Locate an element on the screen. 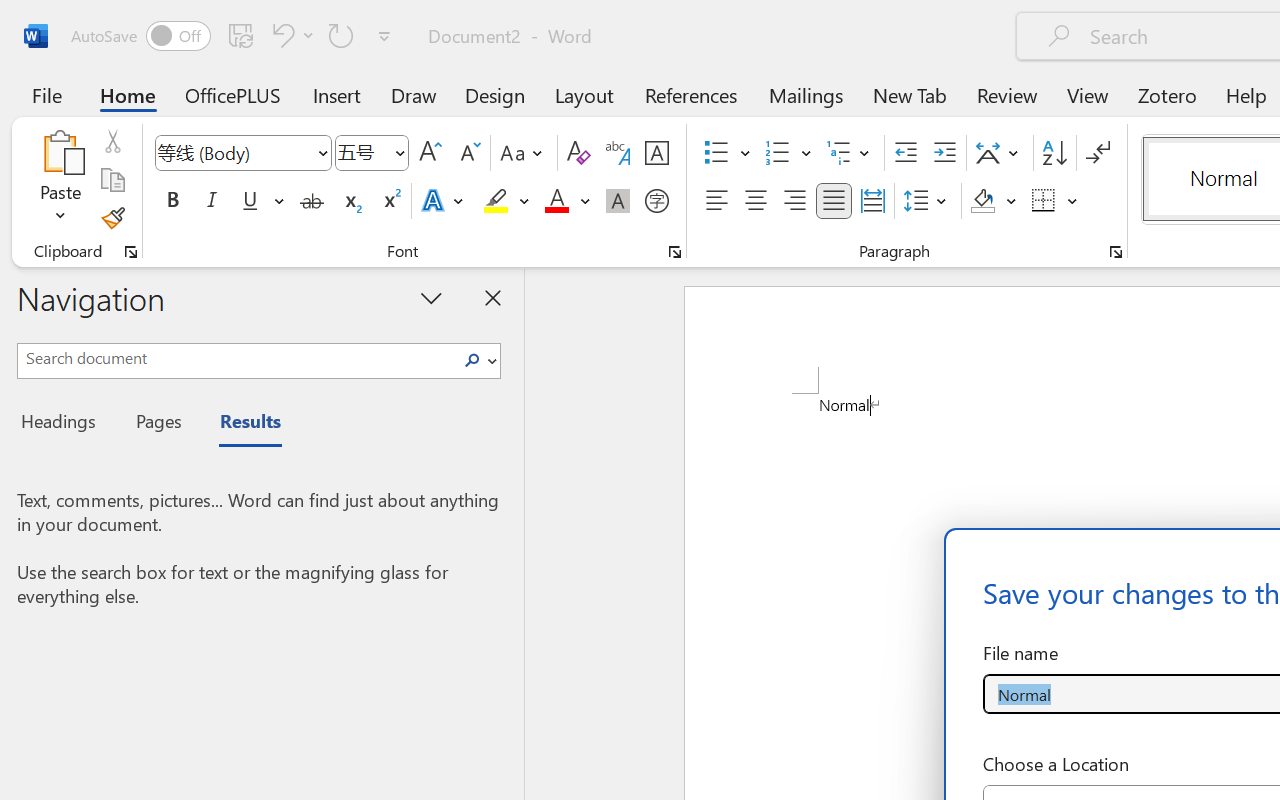 The height and width of the screenshot is (800, 1280). 'Show/Hide Editing Marks' is located at coordinates (1097, 153).